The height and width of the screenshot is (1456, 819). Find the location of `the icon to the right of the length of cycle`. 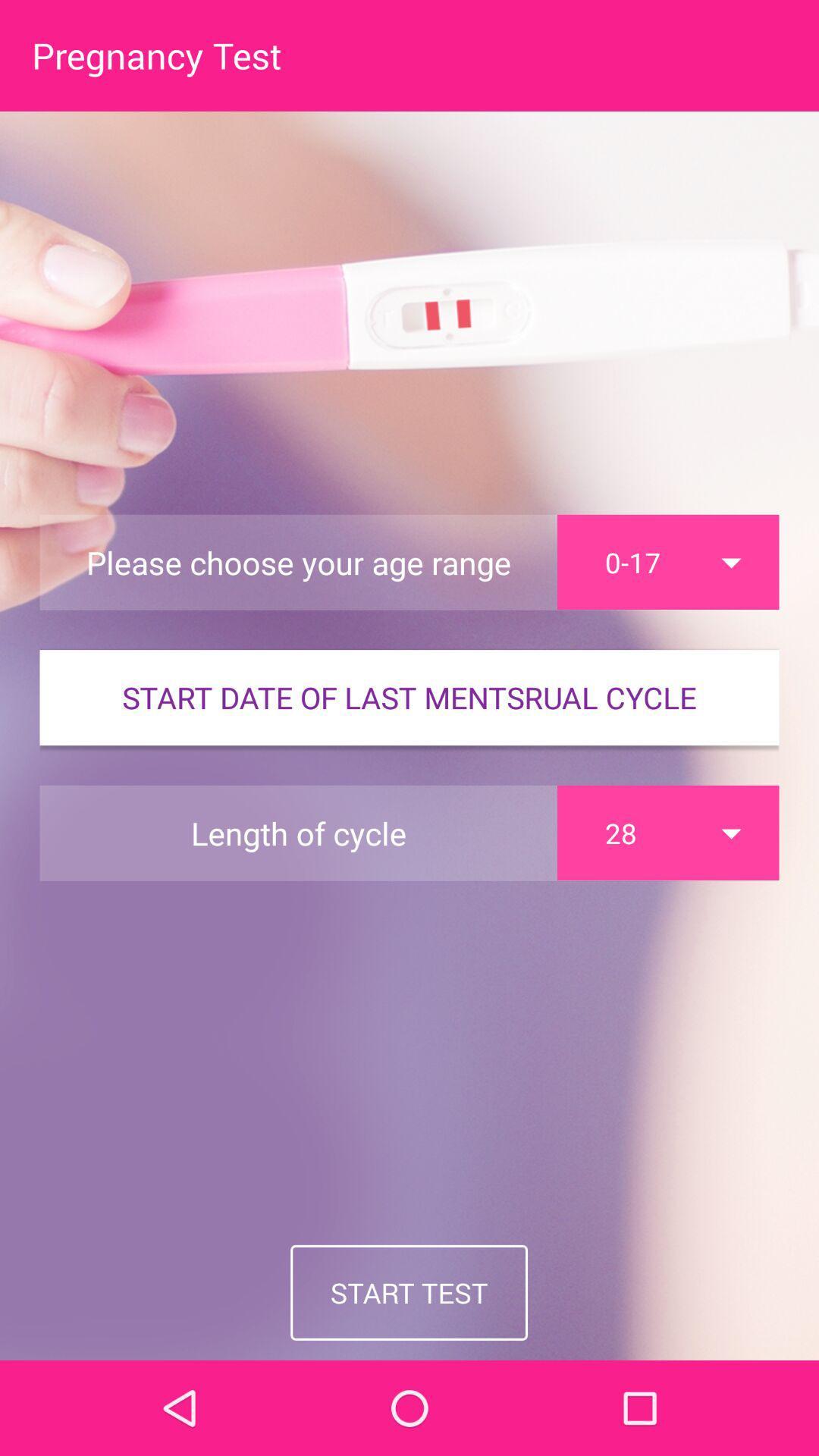

the icon to the right of the length of cycle is located at coordinates (667, 832).